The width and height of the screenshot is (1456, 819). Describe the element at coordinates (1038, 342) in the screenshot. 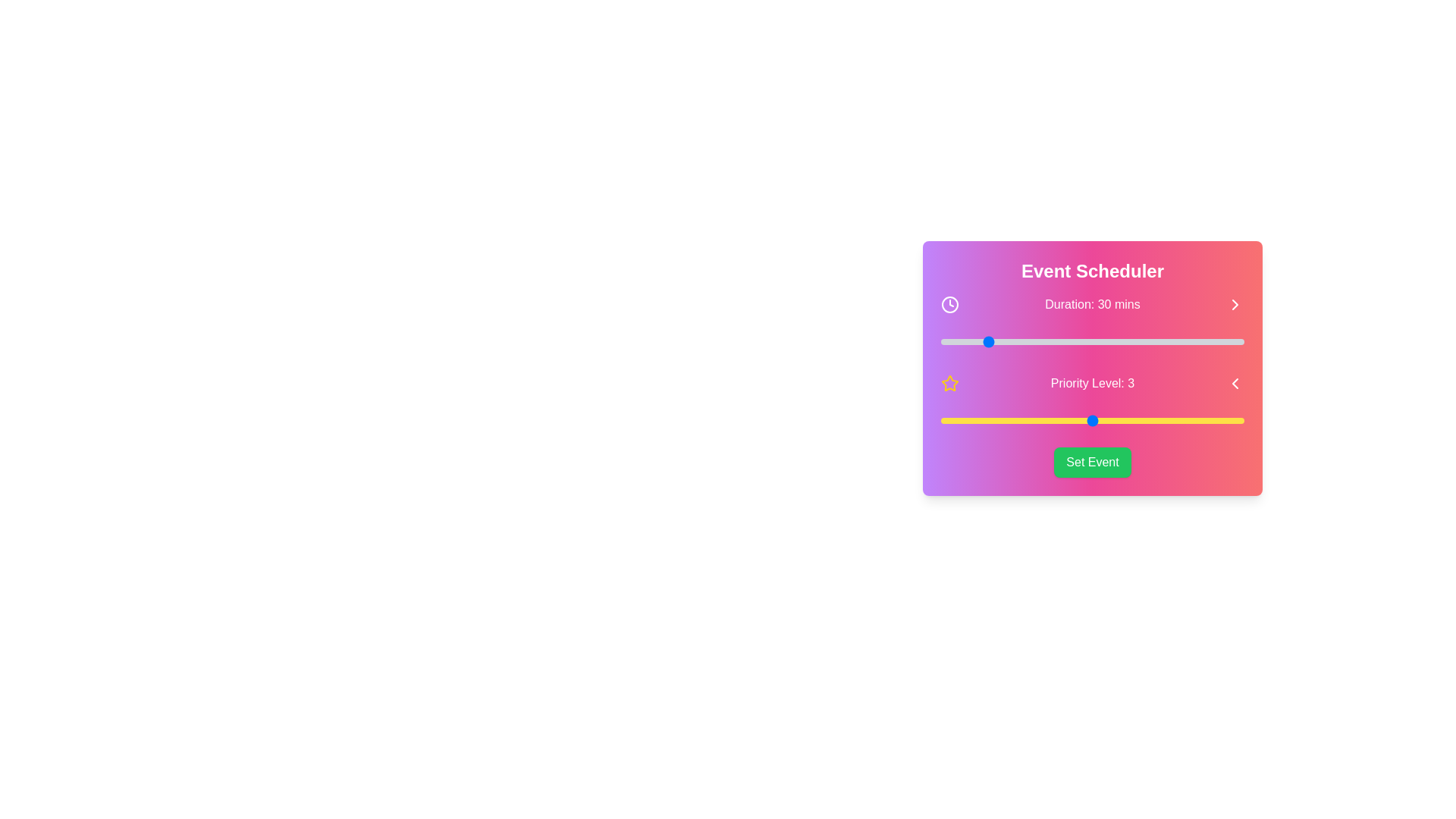

I see `the slider` at that location.